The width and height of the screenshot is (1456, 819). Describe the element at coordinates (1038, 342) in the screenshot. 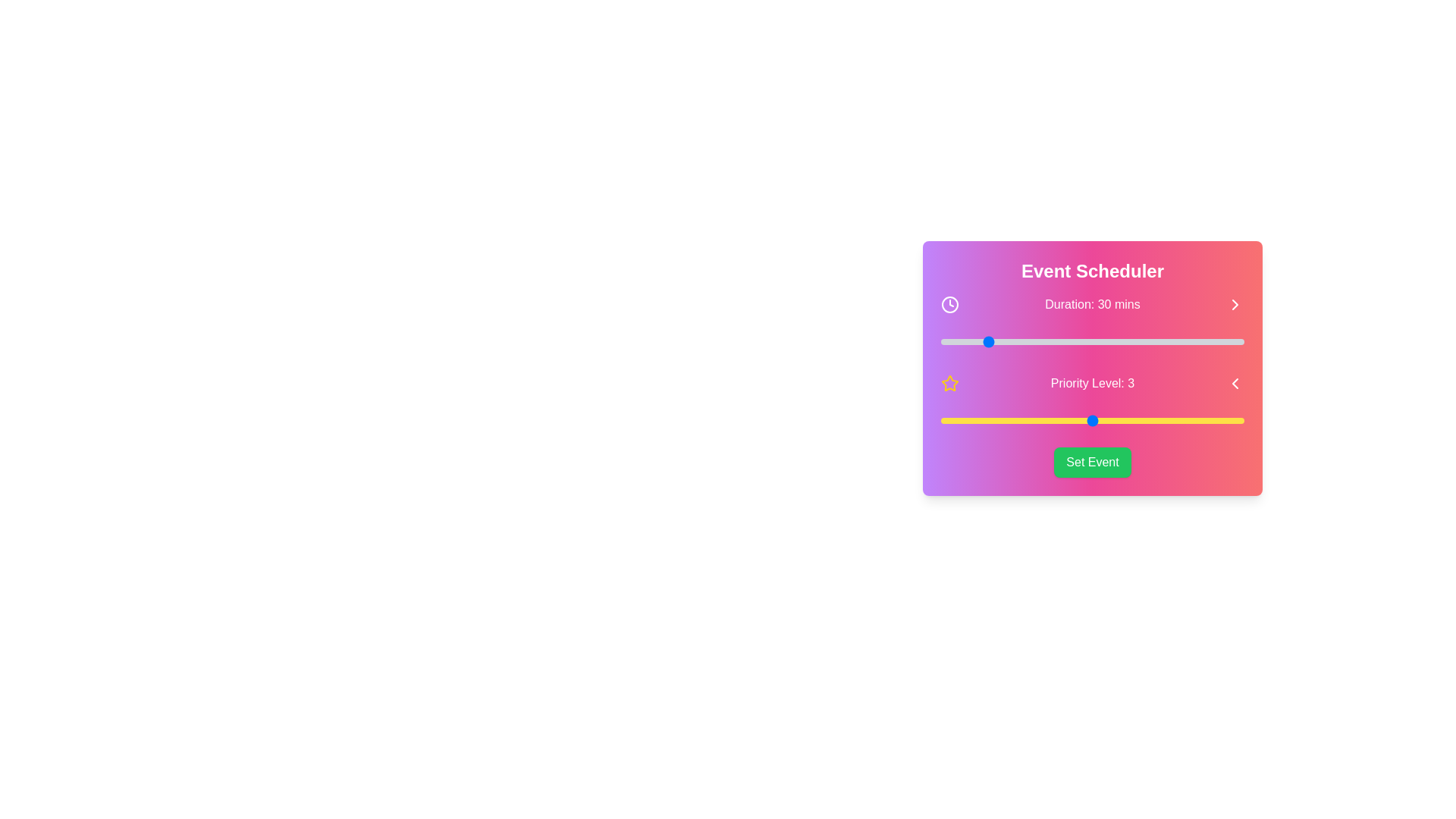

I see `the slider` at that location.